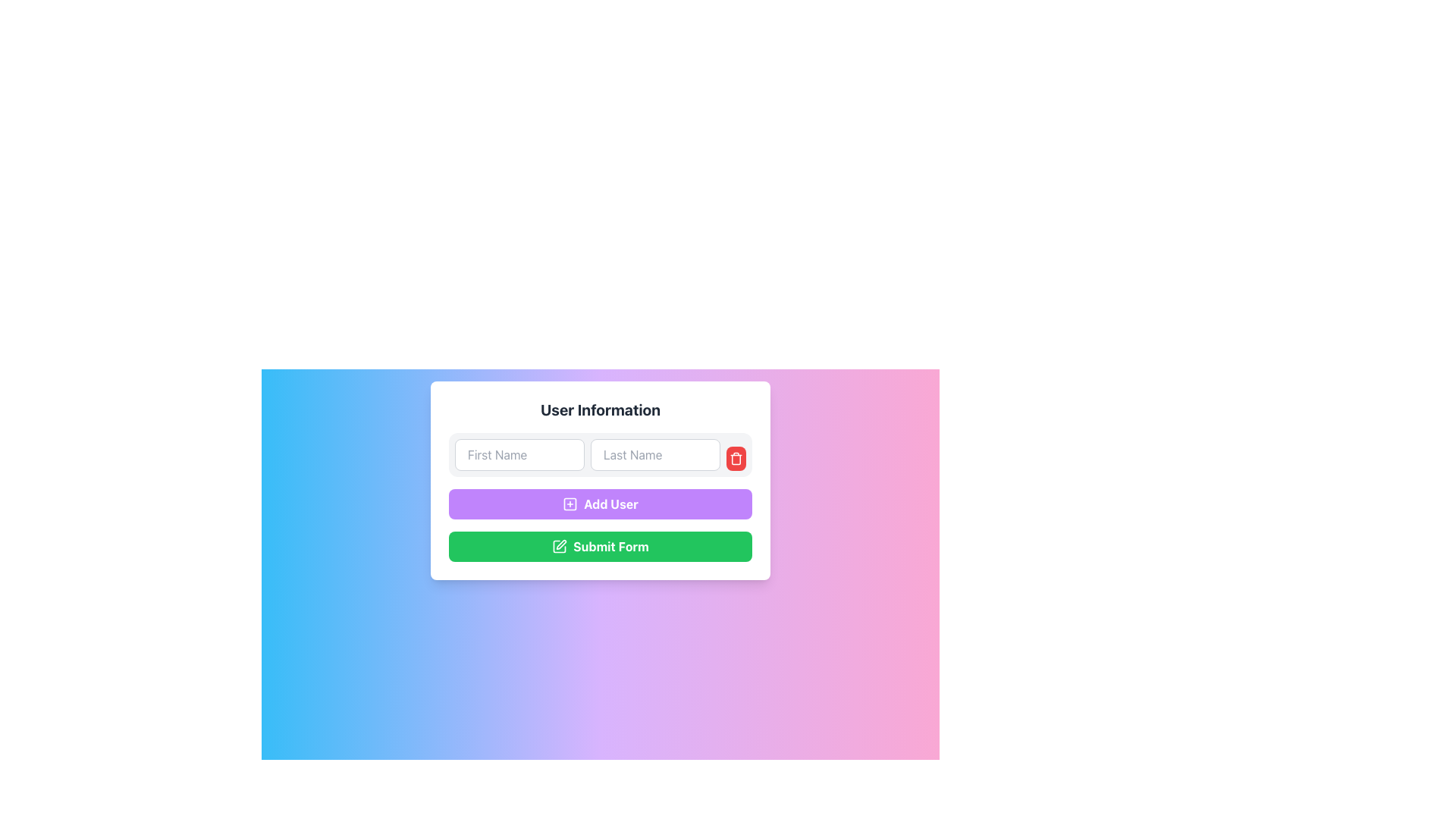  What do you see at coordinates (600, 504) in the screenshot?
I see `the 'Add User' button located centrally within the form area, positioned between the input fields for first and last name above and the 'Submit Form' button below` at bounding box center [600, 504].